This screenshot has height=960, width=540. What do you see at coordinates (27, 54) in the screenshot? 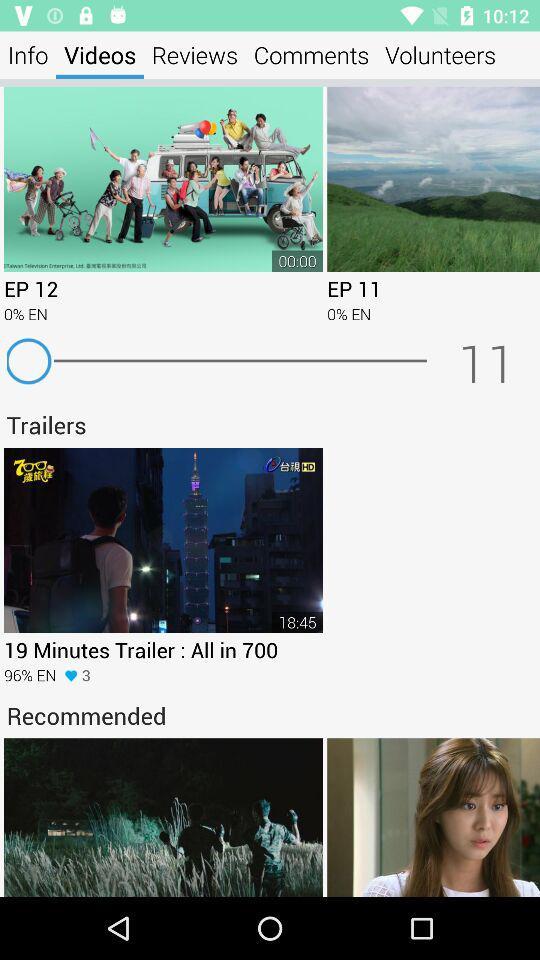
I see `the icon next to videos icon` at bounding box center [27, 54].